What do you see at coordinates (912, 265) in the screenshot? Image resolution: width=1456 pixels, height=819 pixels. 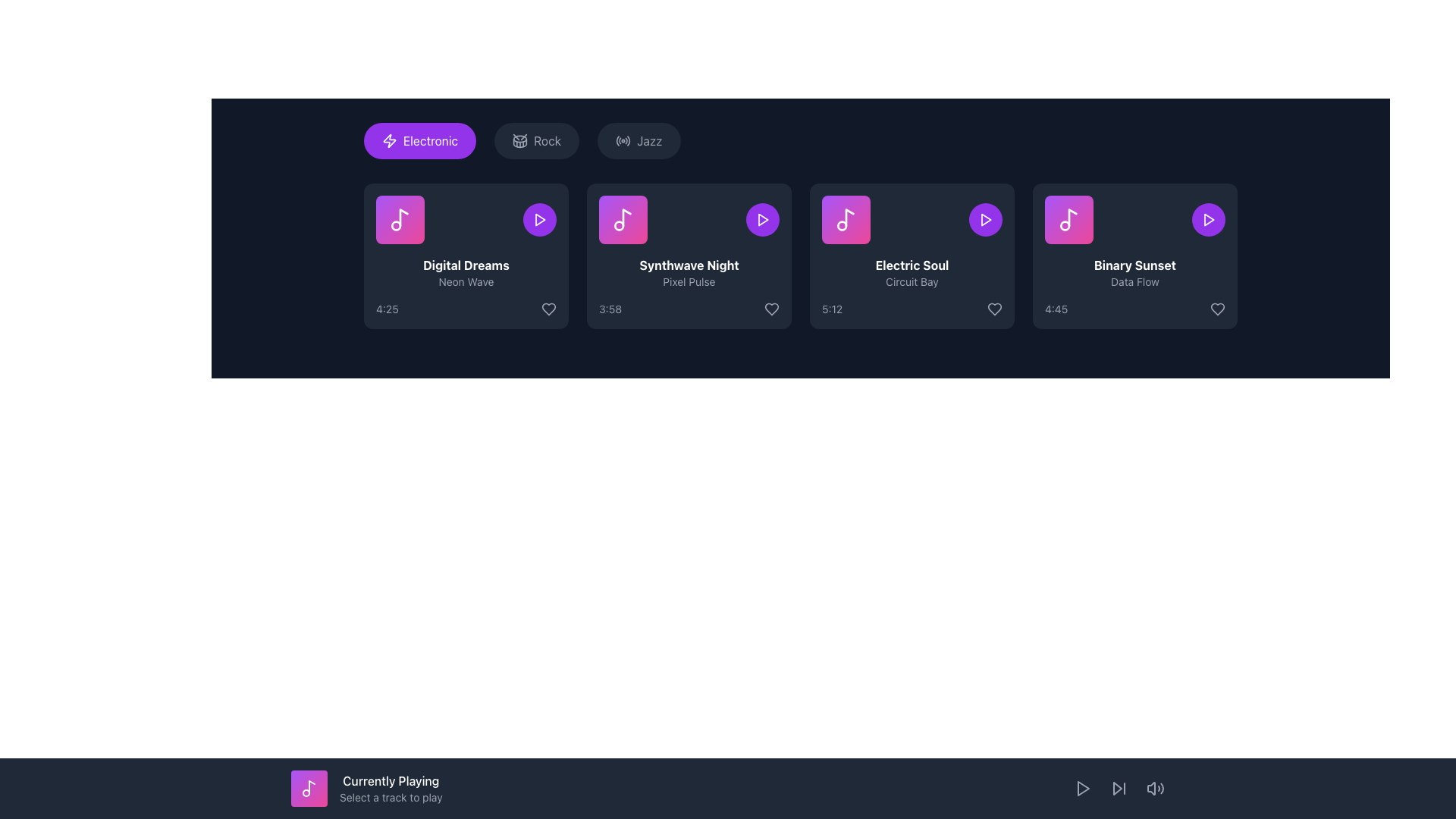 I see `the Text Label that displays the title of a music track, which is centrally positioned above the smaller text 'Circuit Bay' within its card element` at bounding box center [912, 265].